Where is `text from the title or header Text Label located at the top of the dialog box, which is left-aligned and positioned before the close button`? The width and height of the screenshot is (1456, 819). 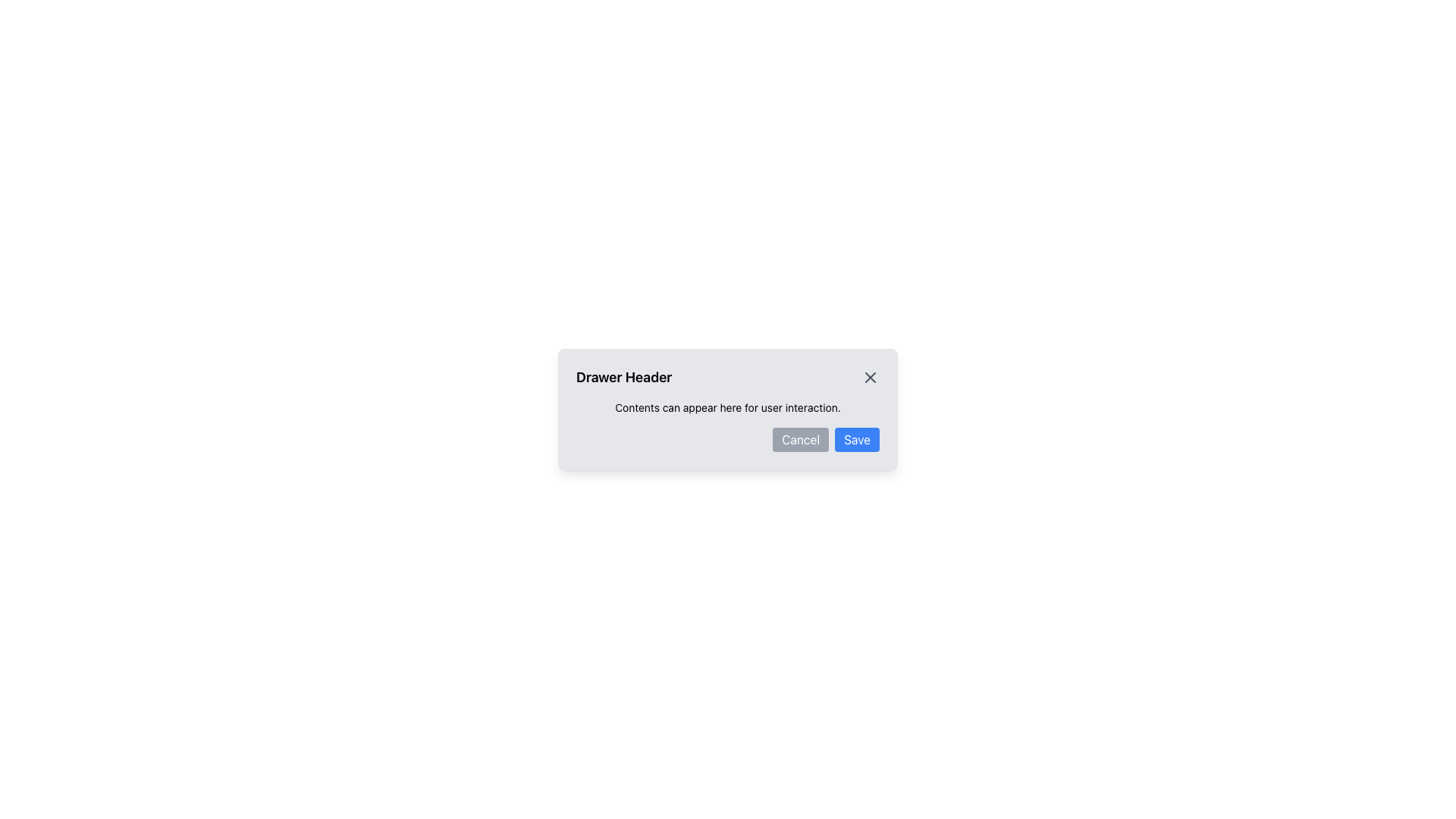
text from the title or header Text Label located at the top of the dialog box, which is left-aligned and positioned before the close button is located at coordinates (624, 376).